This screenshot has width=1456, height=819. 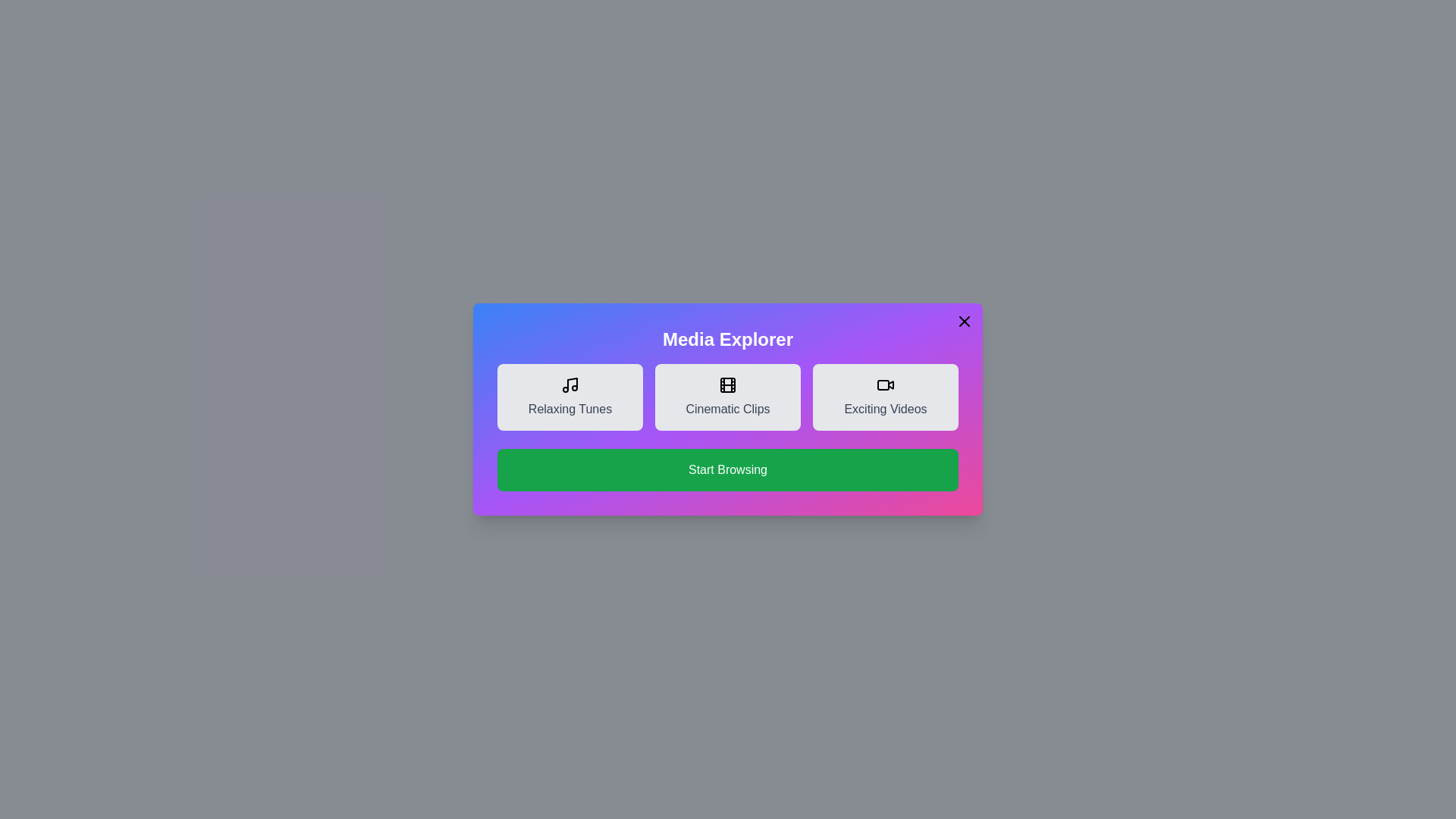 I want to click on the 'Media Explorer' heading to simulate reading it, so click(x=728, y=338).